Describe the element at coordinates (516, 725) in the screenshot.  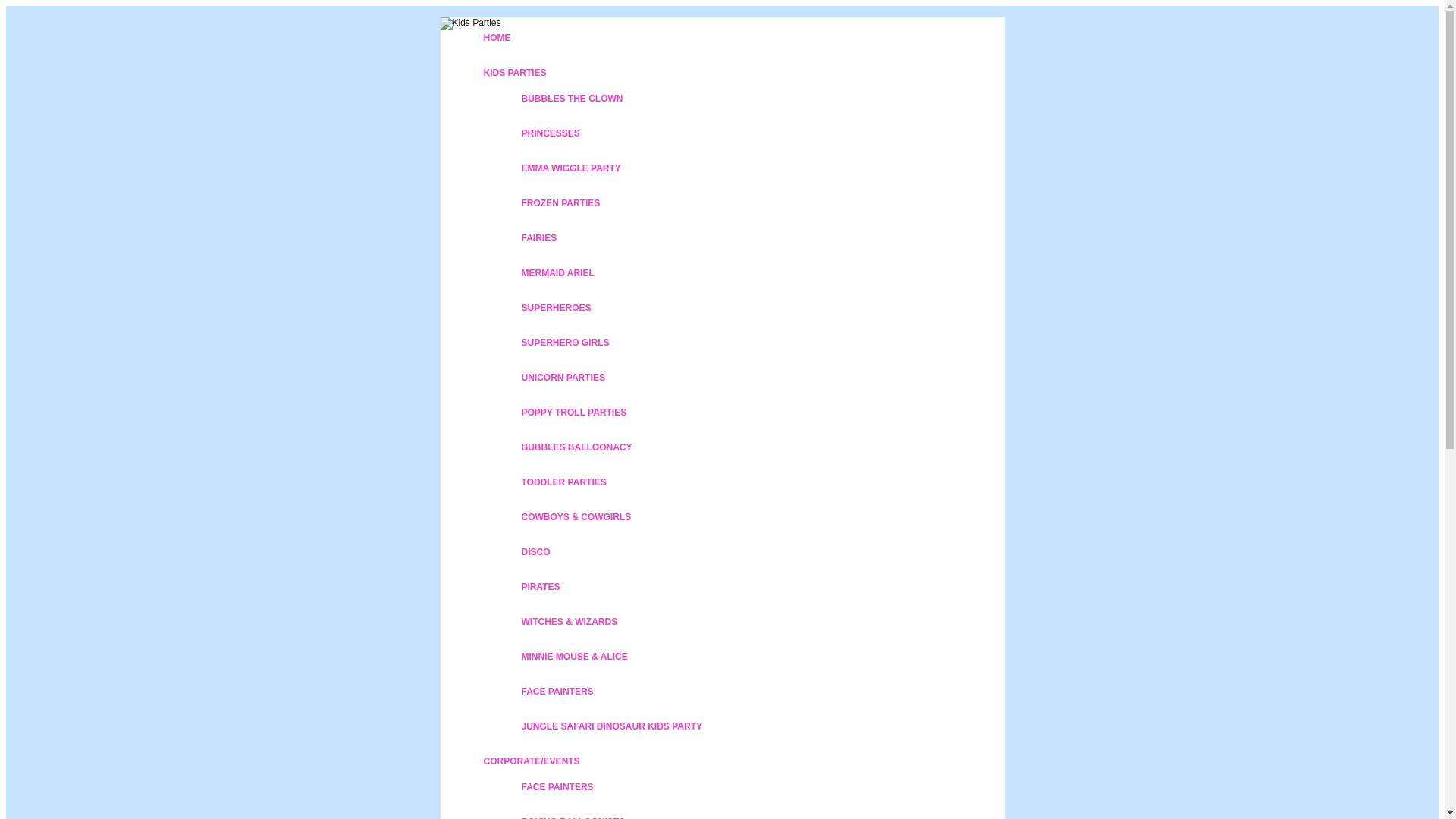
I see `'JUNGLE SAFARI DINOSAUR KIDS PARTY'` at that location.